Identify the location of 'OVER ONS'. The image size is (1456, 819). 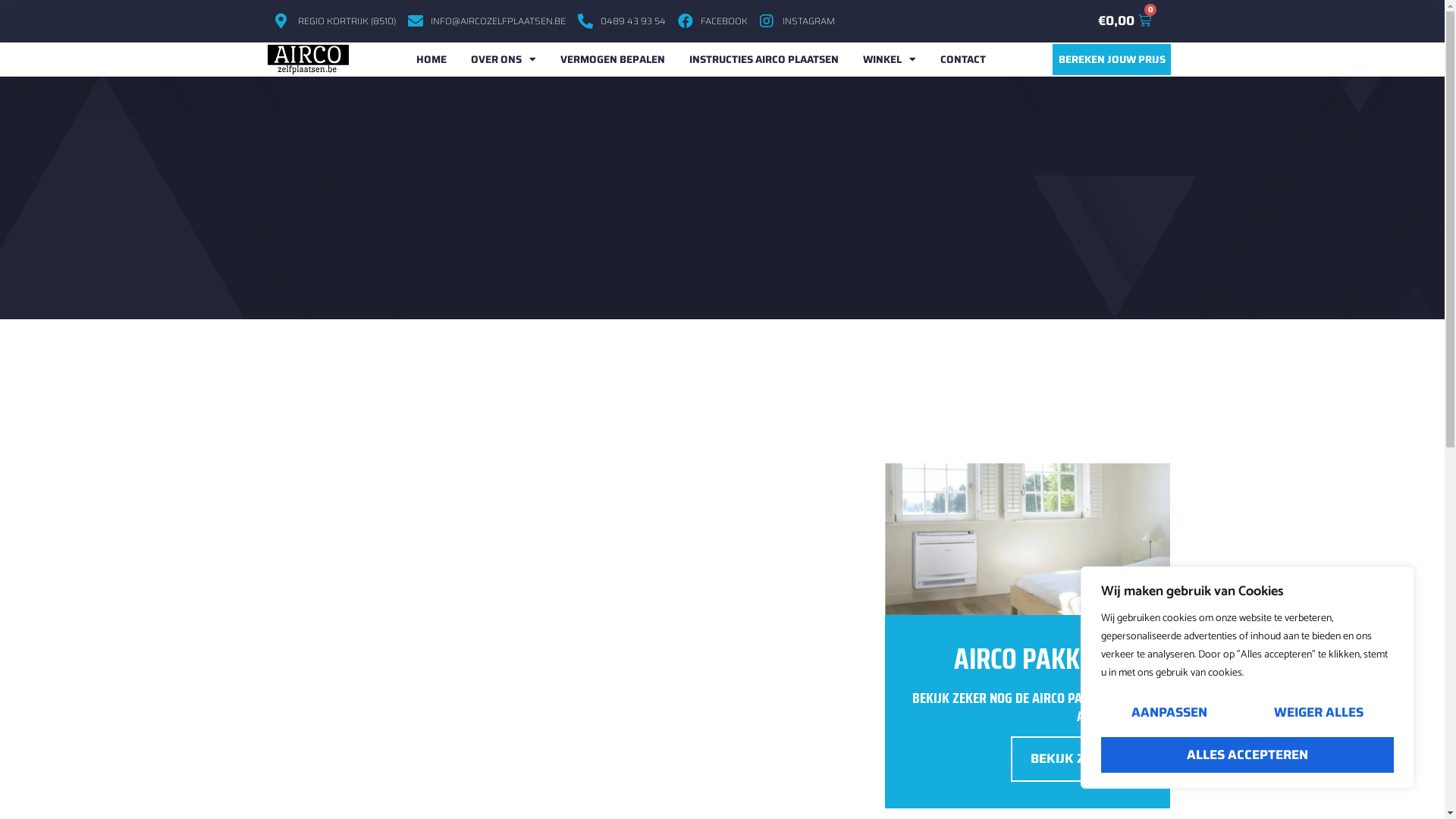
(503, 58).